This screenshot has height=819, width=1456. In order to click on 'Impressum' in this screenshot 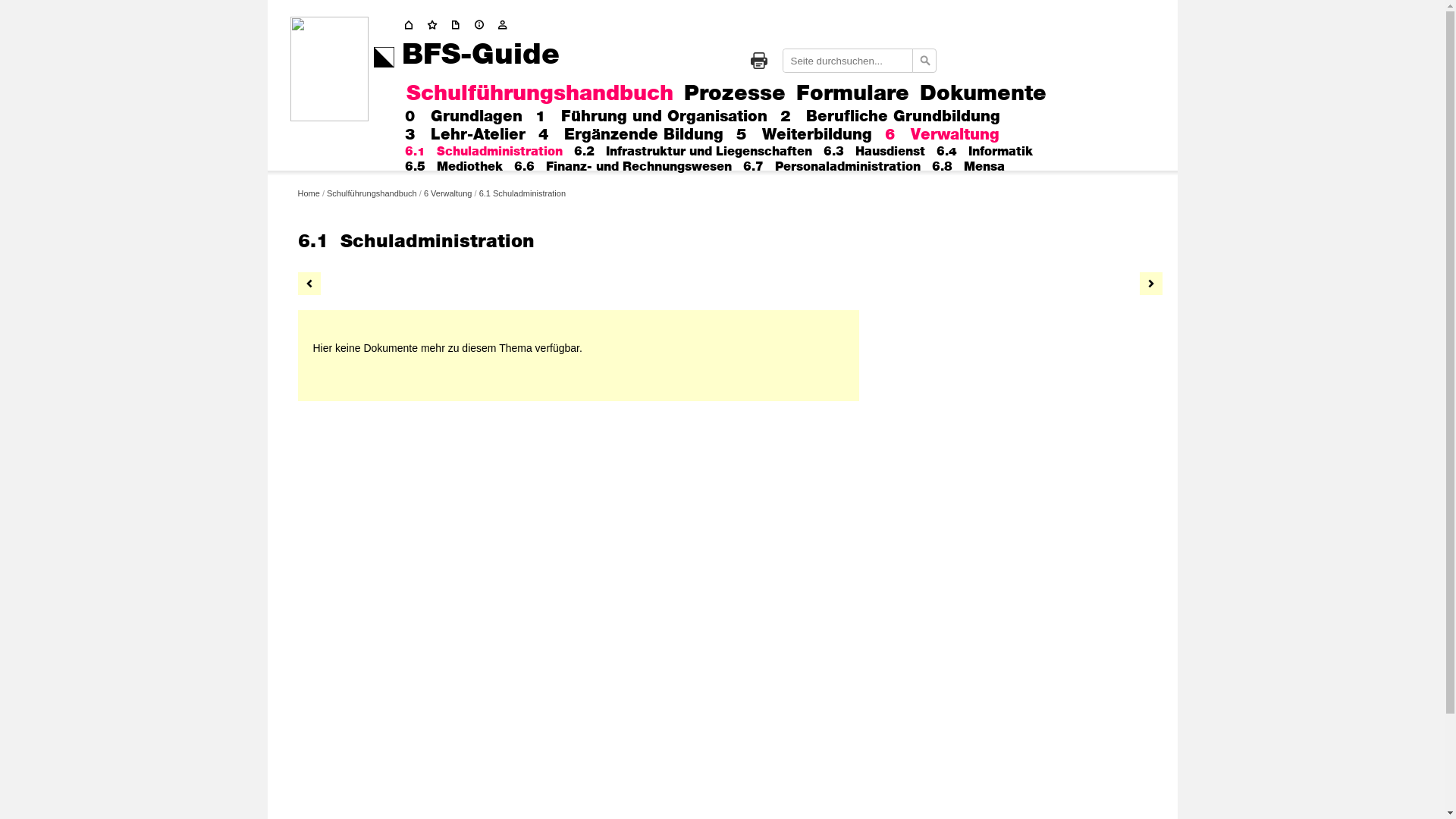, I will do `click(482, 25)`.